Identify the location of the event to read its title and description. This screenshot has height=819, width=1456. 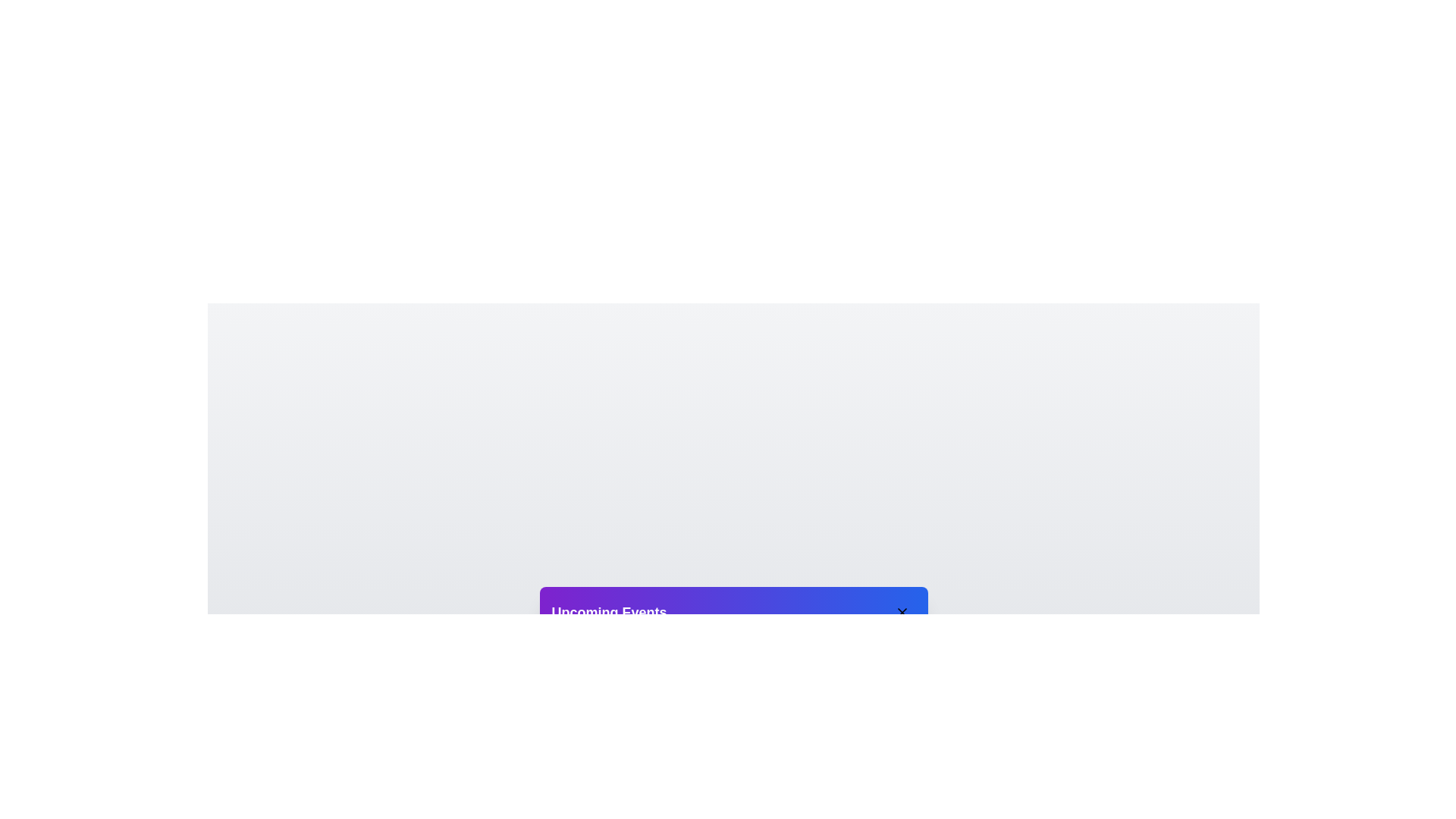
(657, 660).